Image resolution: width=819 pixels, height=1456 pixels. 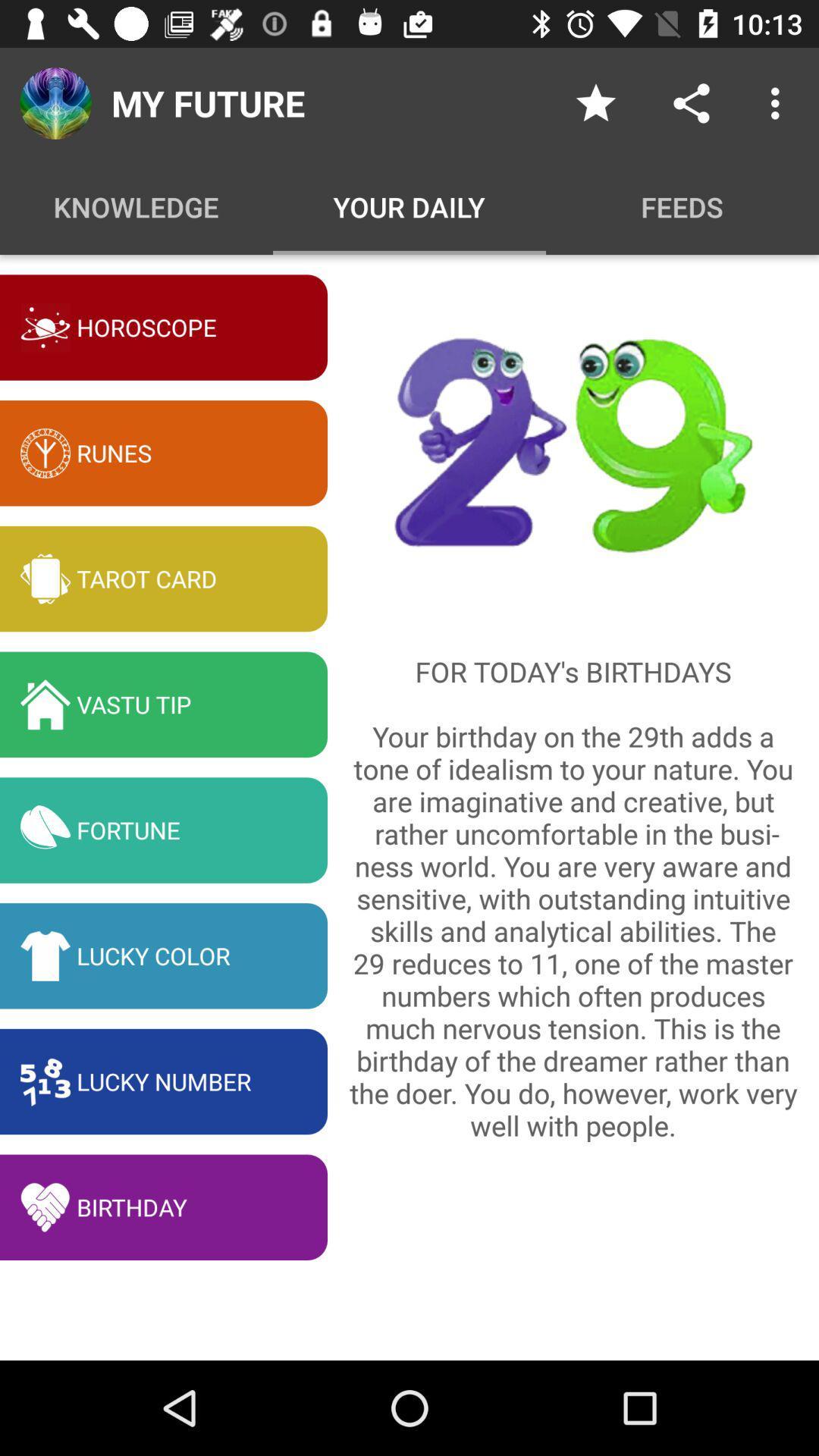 I want to click on sharing various things concerning the date, so click(x=691, y=102).